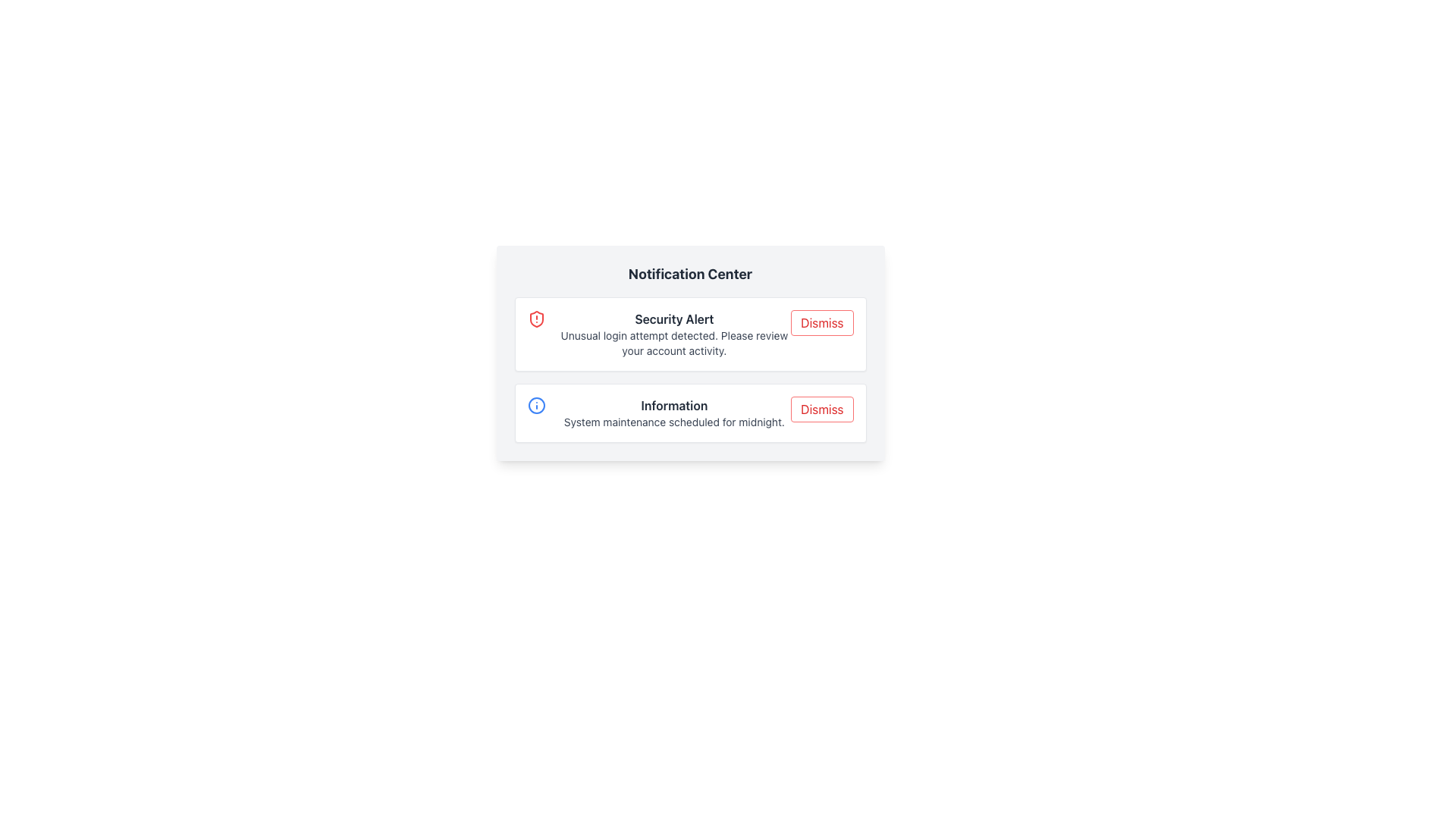 The image size is (1456, 819). I want to click on the Notification Card that informs about a security alert for an unusual login attempt, located at the top of the Notification Center, so click(689, 333).